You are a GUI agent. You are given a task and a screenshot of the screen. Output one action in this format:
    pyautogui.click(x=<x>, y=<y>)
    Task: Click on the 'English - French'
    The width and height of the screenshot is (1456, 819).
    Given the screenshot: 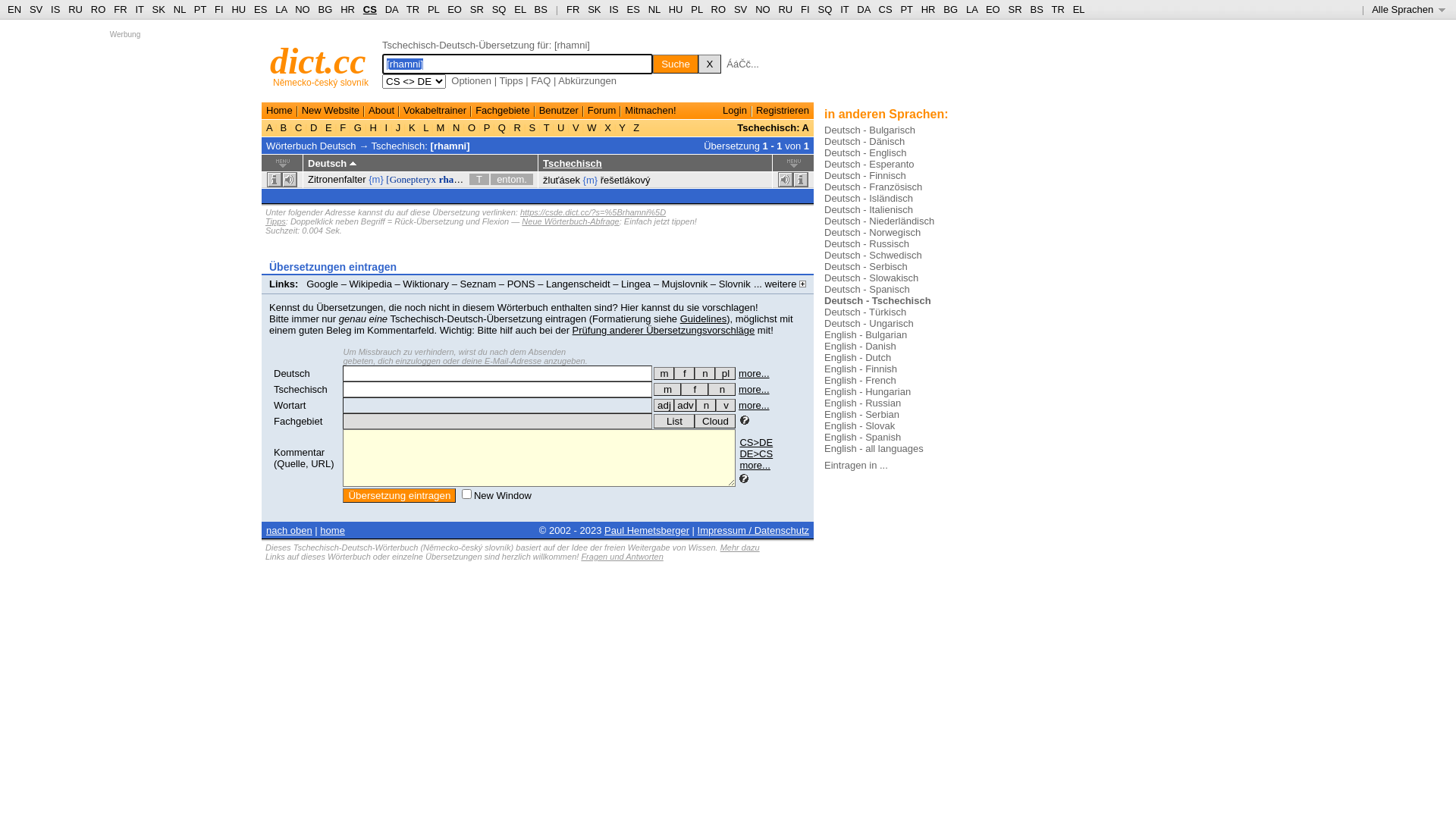 What is the action you would take?
    pyautogui.click(x=860, y=379)
    